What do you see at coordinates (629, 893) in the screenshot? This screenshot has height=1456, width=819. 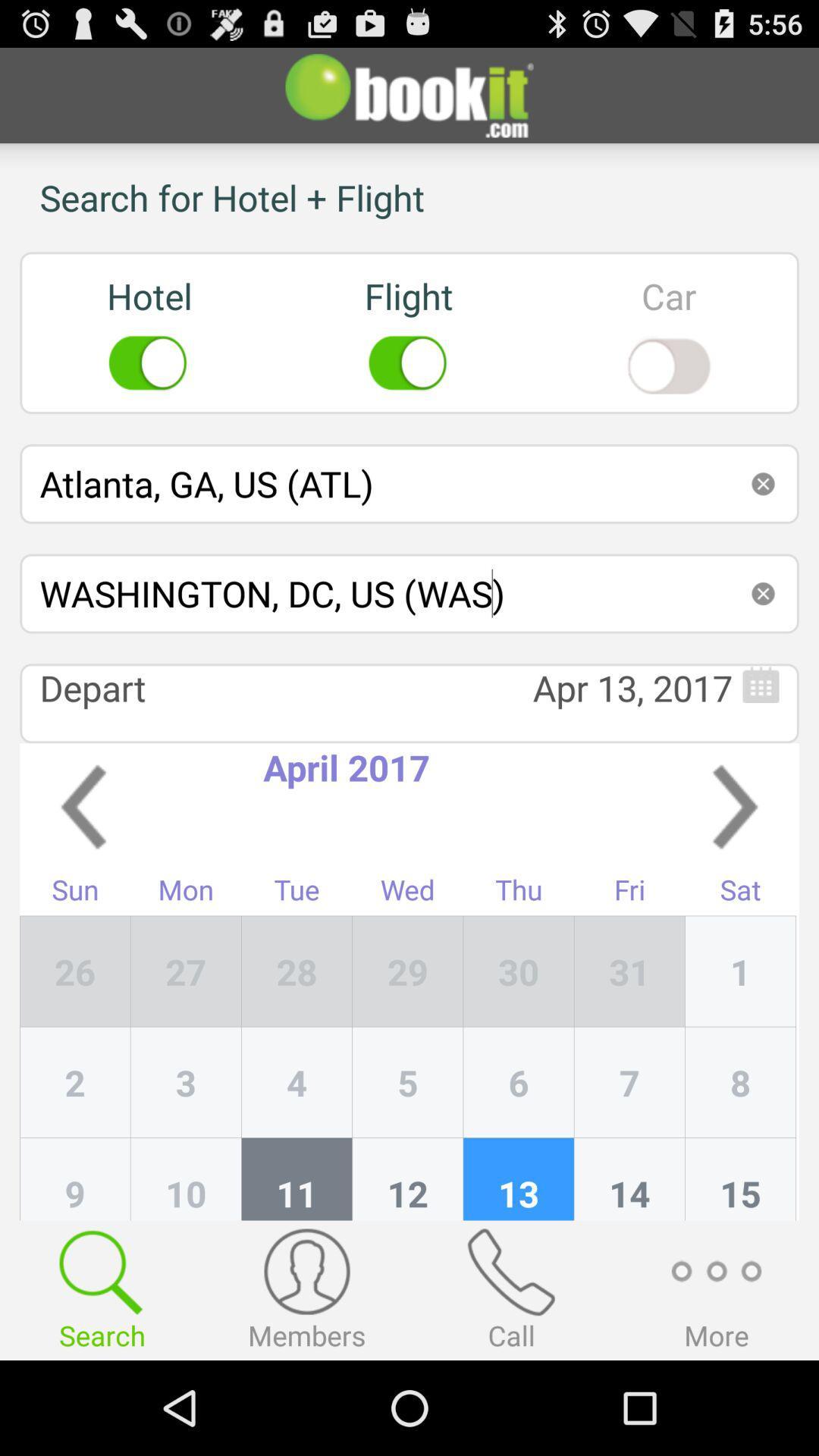 I see `fri app` at bounding box center [629, 893].